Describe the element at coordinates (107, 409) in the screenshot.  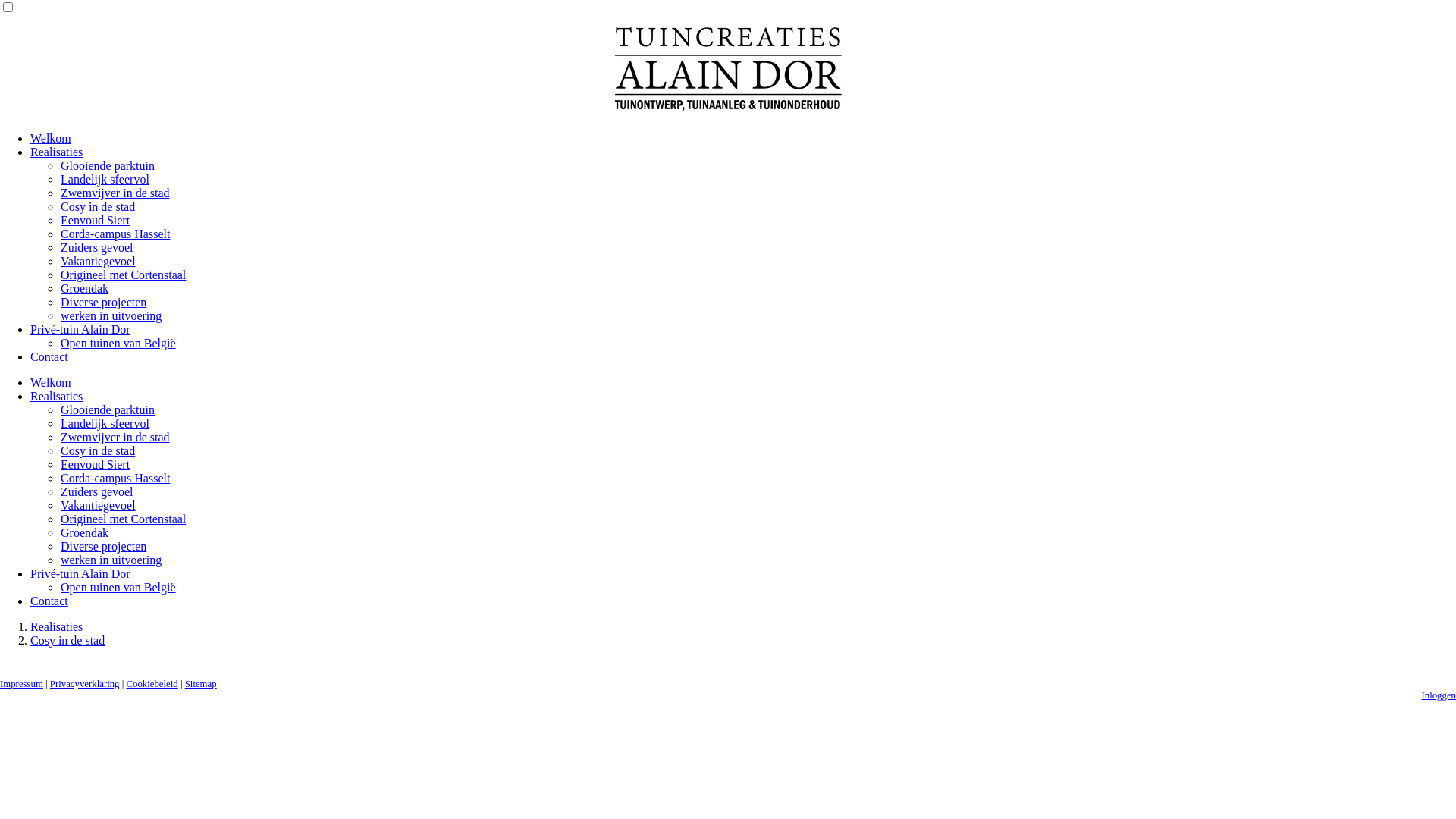
I see `'Glooiende parktuin'` at that location.